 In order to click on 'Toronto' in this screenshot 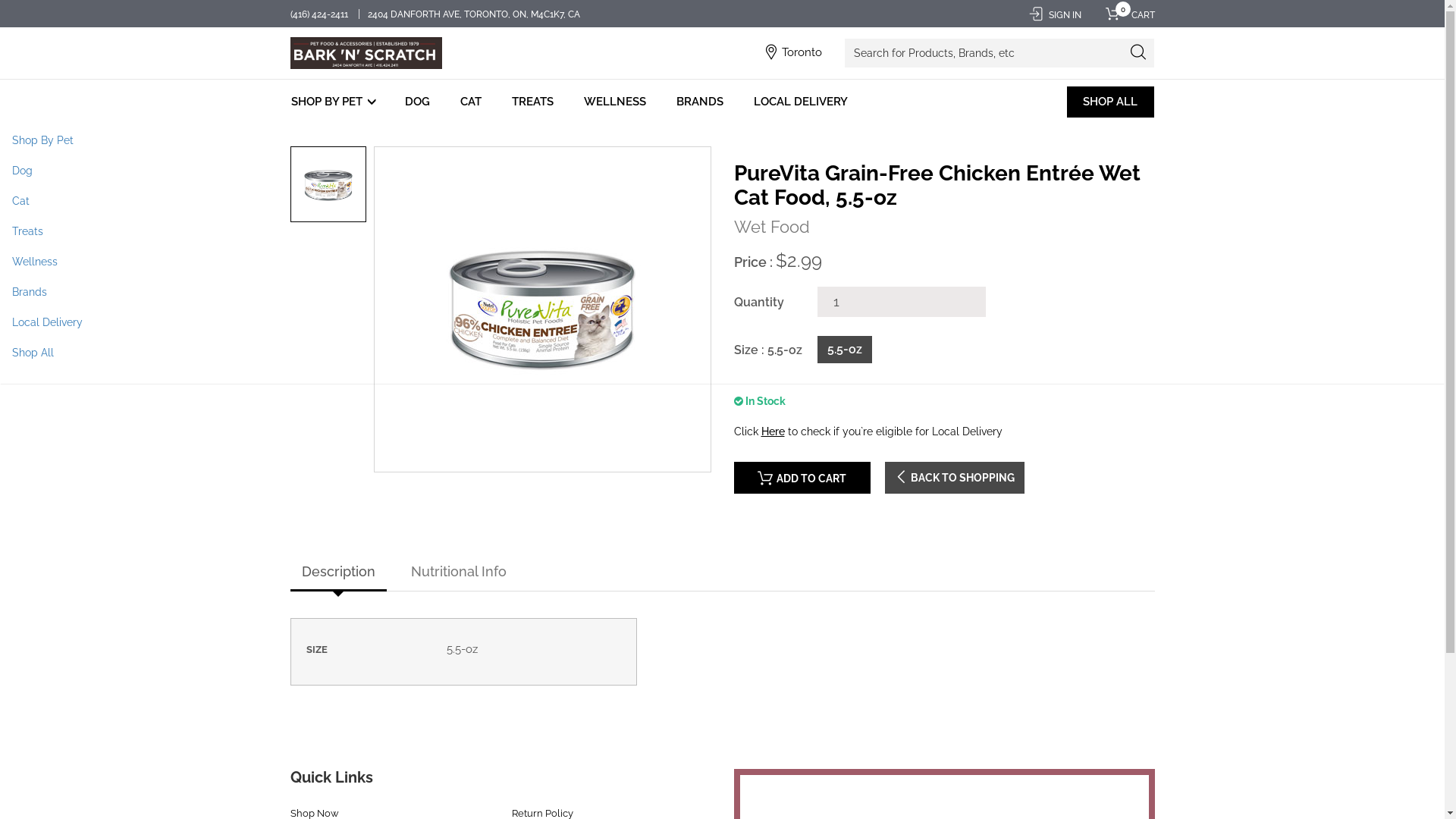, I will do `click(801, 52)`.